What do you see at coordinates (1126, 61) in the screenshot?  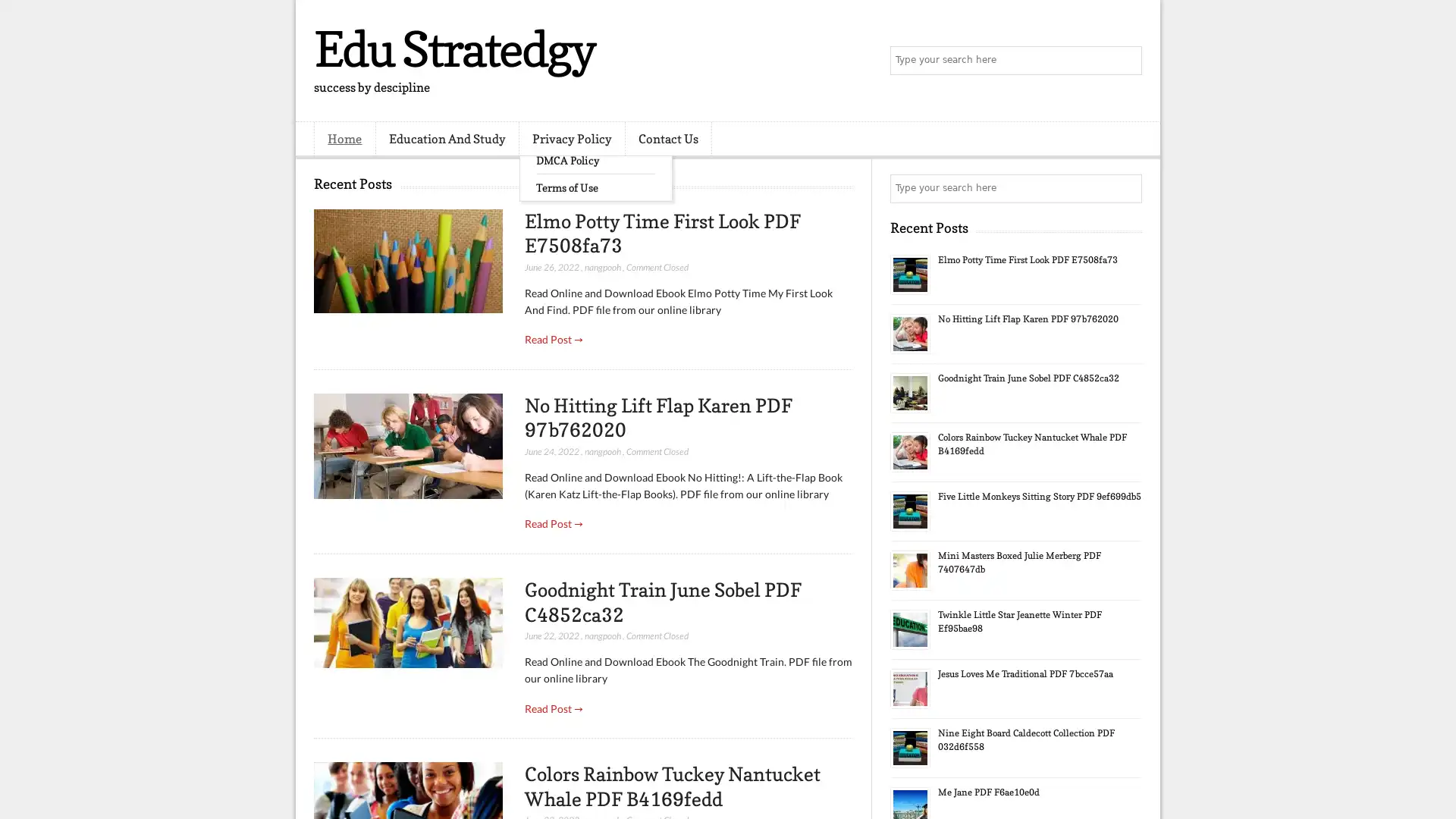 I see `Search` at bounding box center [1126, 61].